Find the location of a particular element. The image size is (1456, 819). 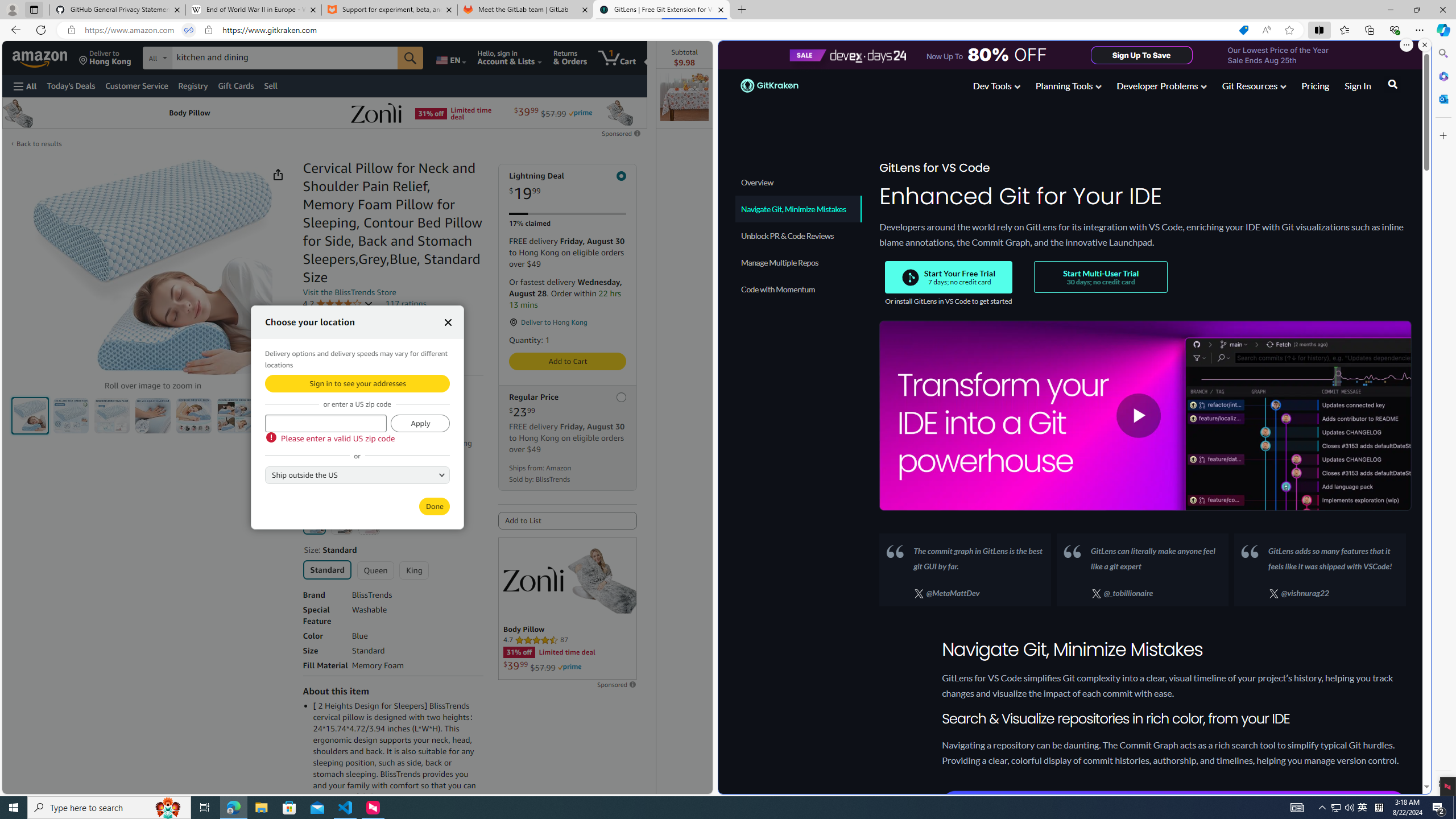

'Or install GitLens in VS Code to get started' is located at coordinates (948, 300).